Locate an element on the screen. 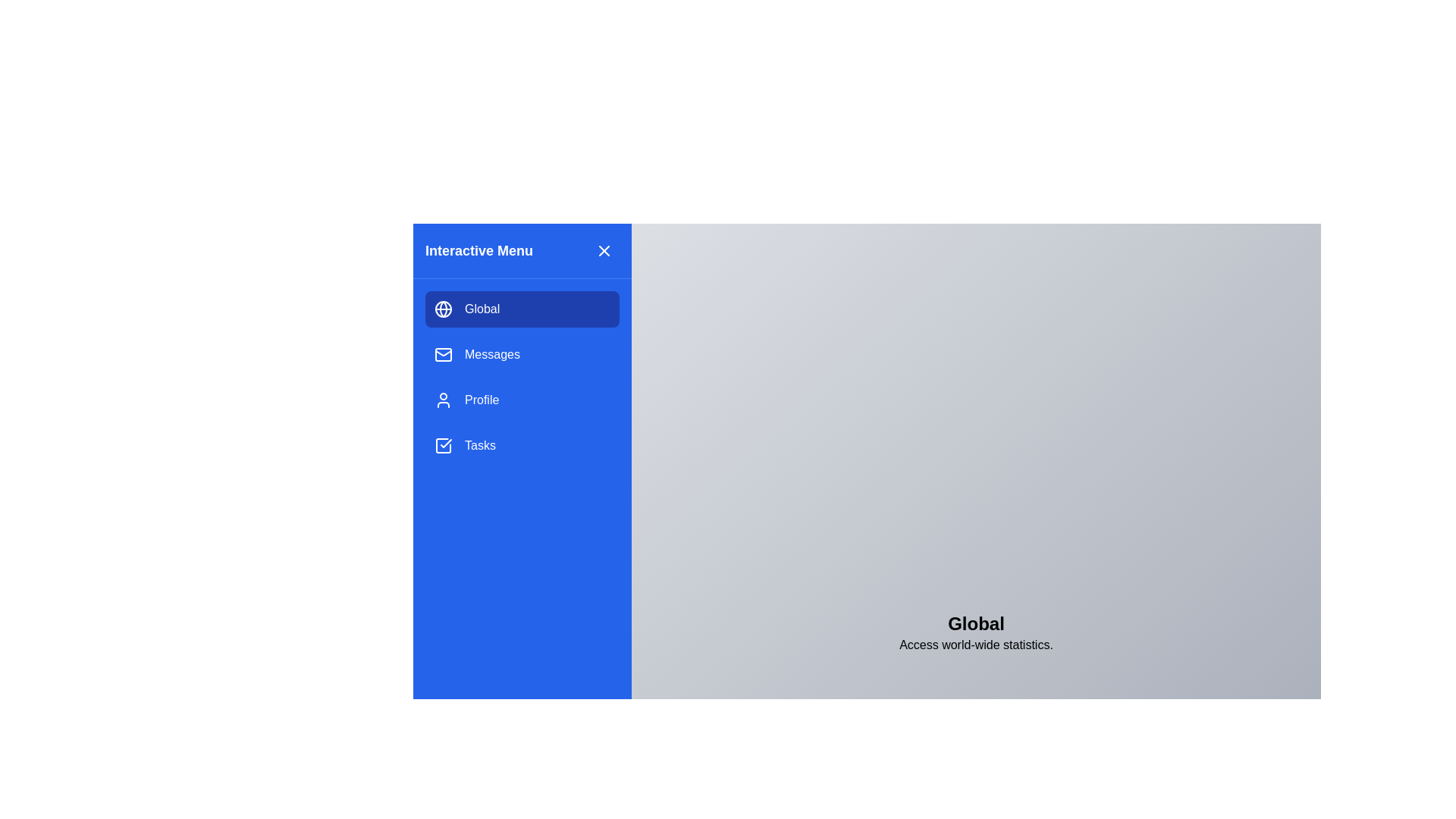  the 'Tasks' icon in the interactive menu, which is represented as a box with rounded corners and is located in the fourth row below the 'Profile' item is located at coordinates (443, 444).